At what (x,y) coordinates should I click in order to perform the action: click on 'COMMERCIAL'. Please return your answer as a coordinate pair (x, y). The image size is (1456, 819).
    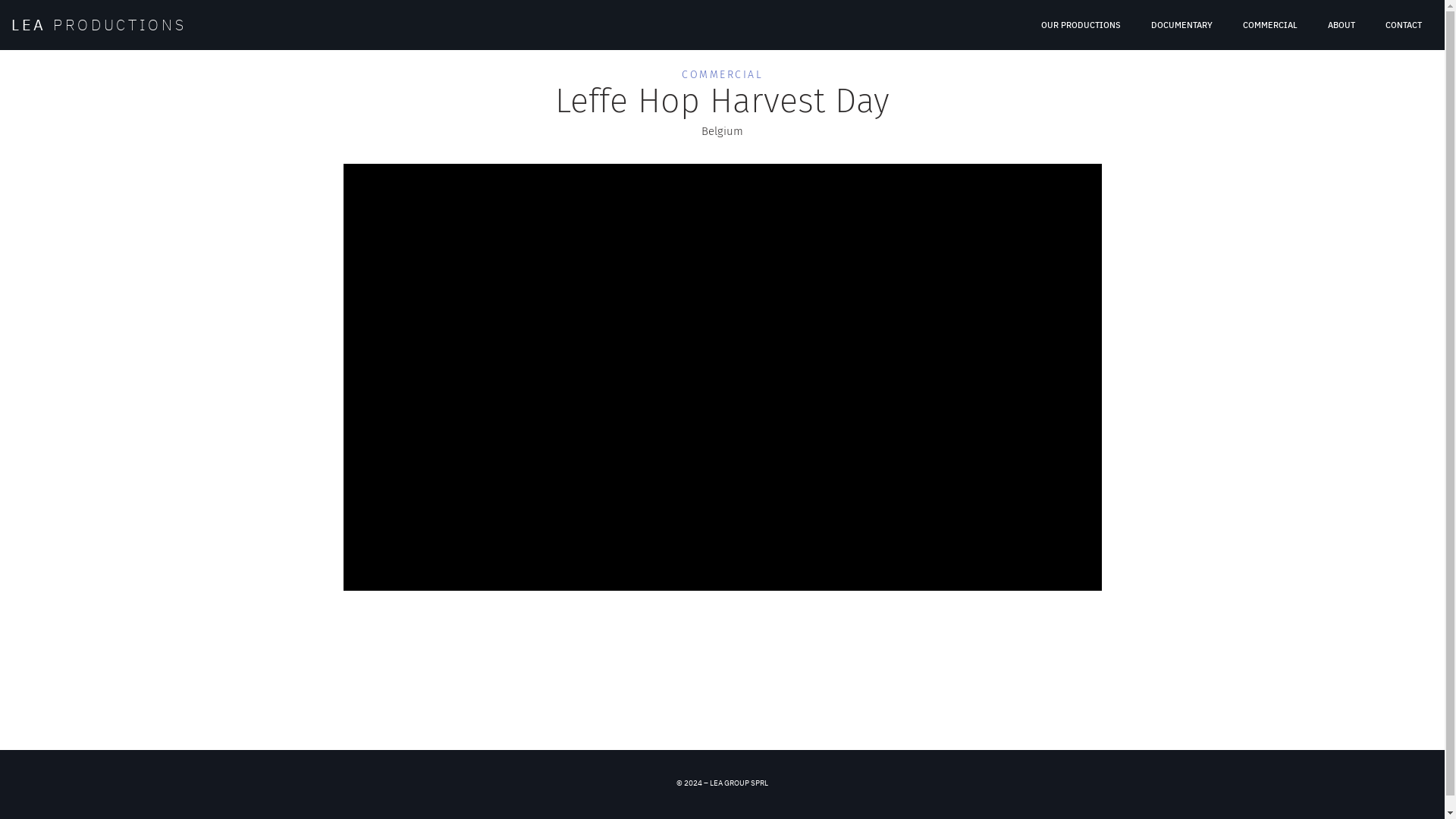
    Looking at the image, I should click on (680, 74).